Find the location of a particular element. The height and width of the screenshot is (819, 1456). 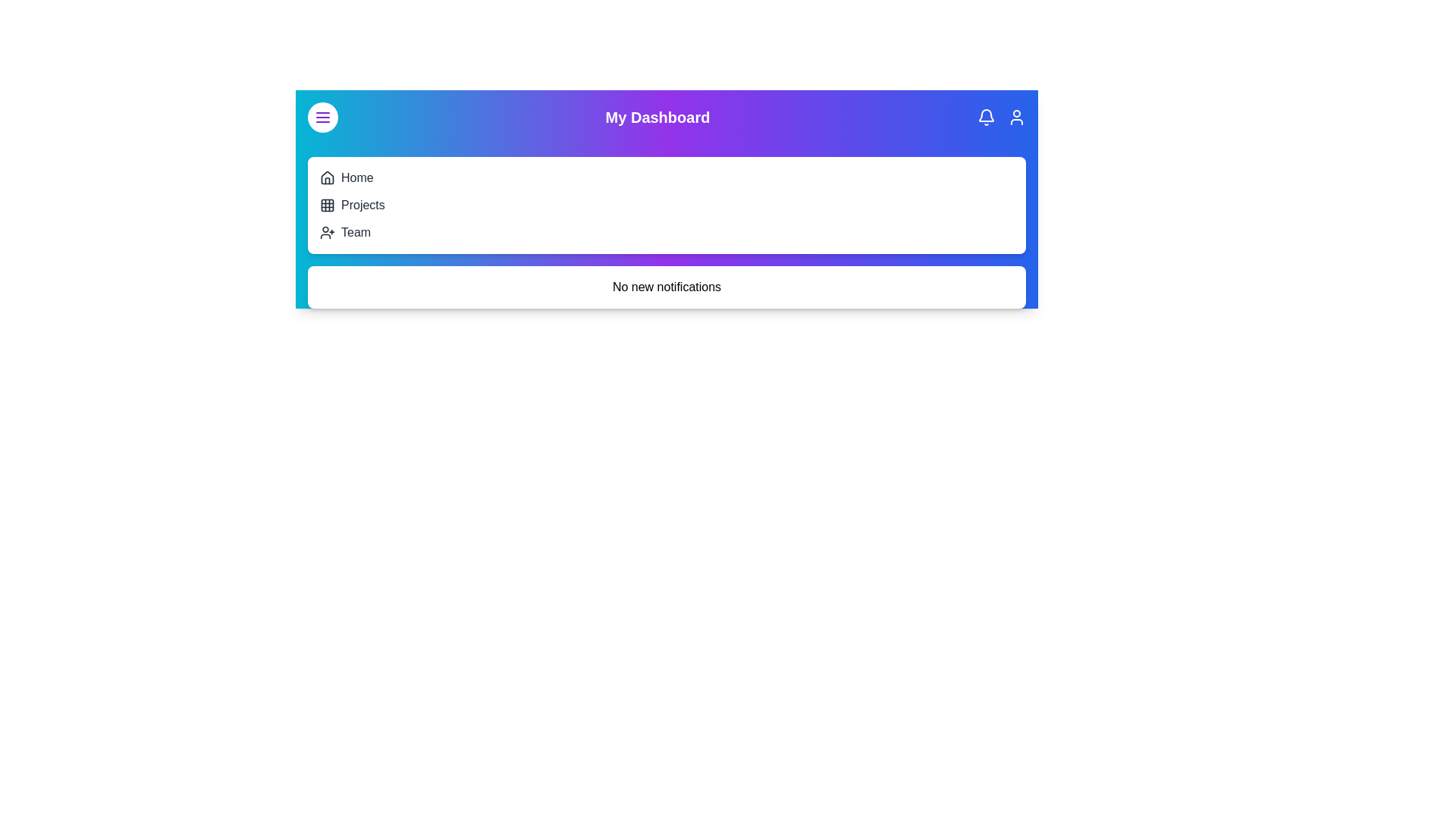

the 'Projects' navigation item in the navigation menu is located at coordinates (362, 205).